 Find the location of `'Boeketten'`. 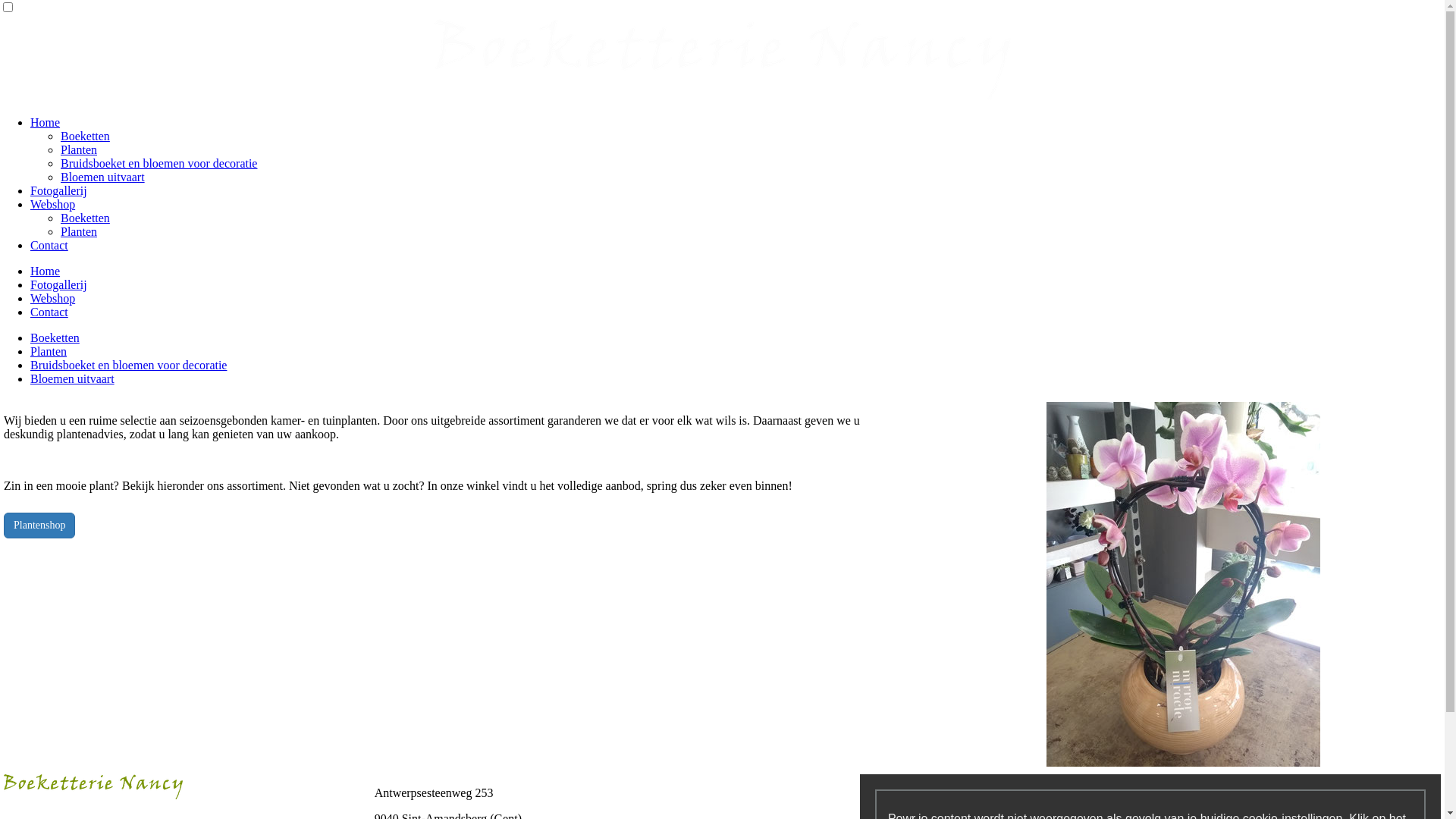

'Boeketten' is located at coordinates (55, 337).